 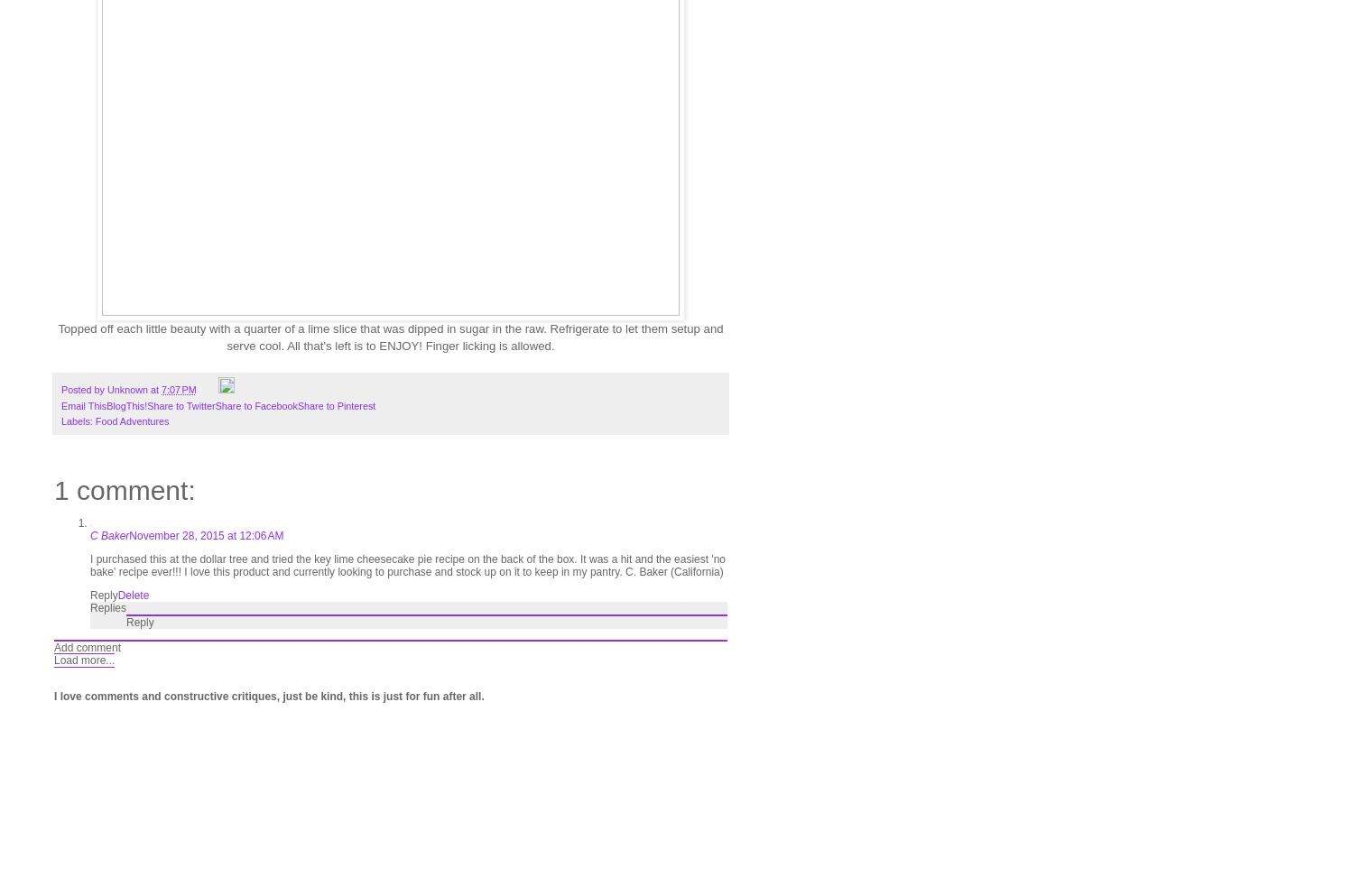 I want to click on 'Share to Pinterest', so click(x=335, y=405).